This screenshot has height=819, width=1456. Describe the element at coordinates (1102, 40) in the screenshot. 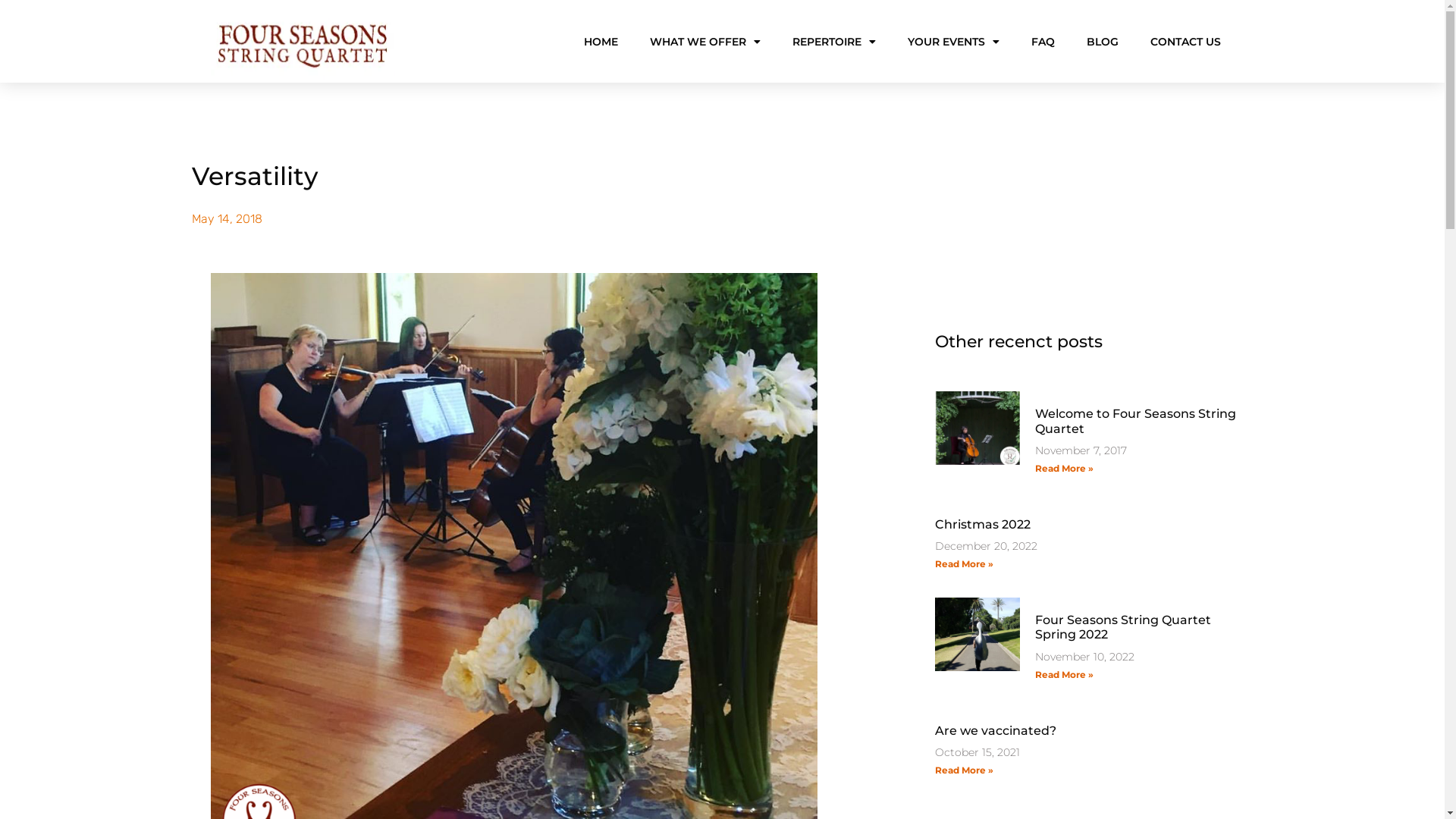

I see `'BLOG'` at that location.